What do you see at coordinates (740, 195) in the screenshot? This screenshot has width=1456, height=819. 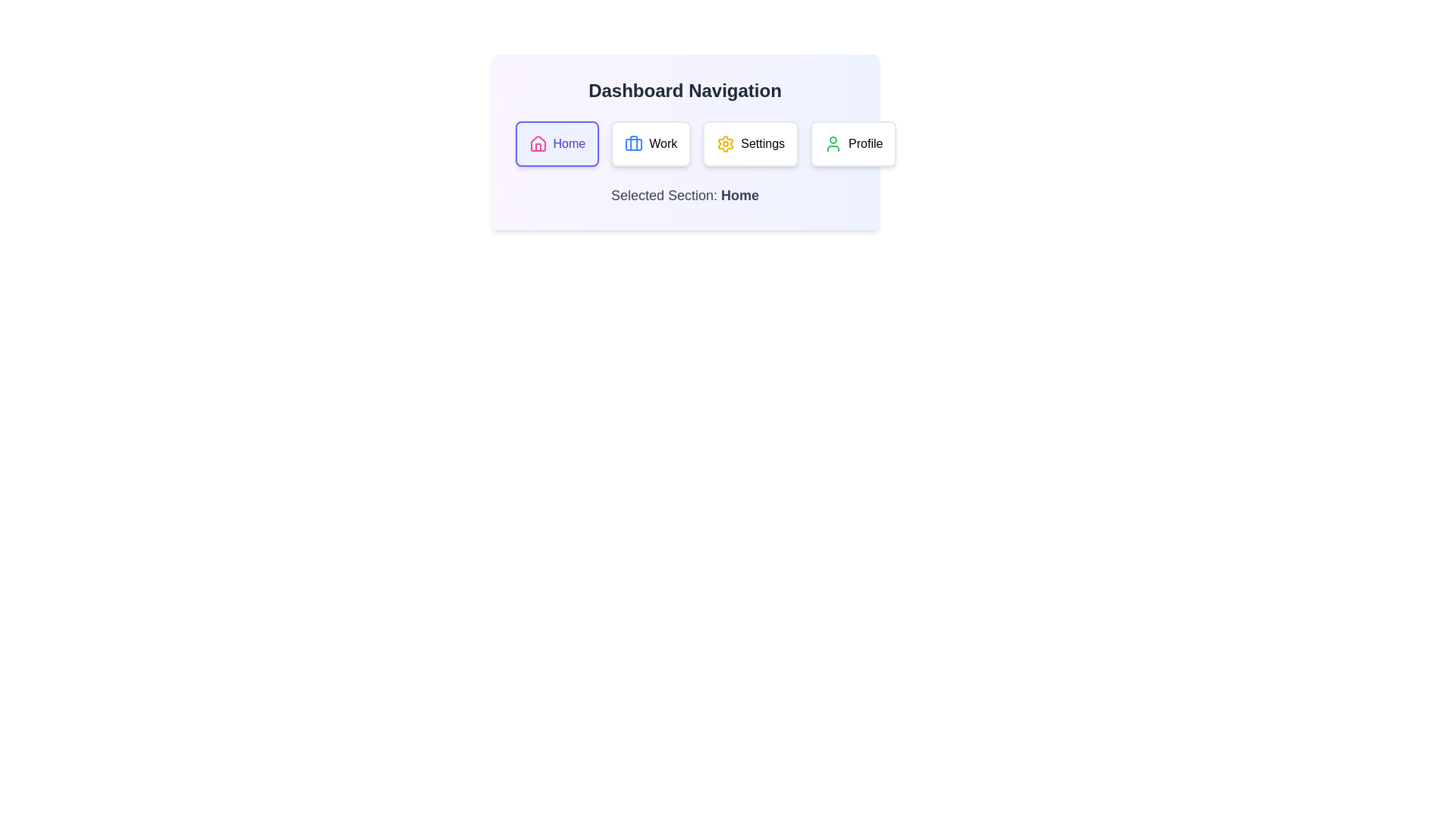 I see `text label indicating the currently selected section, which displays 'Home' as part of 'Selected Section: Home'` at bounding box center [740, 195].